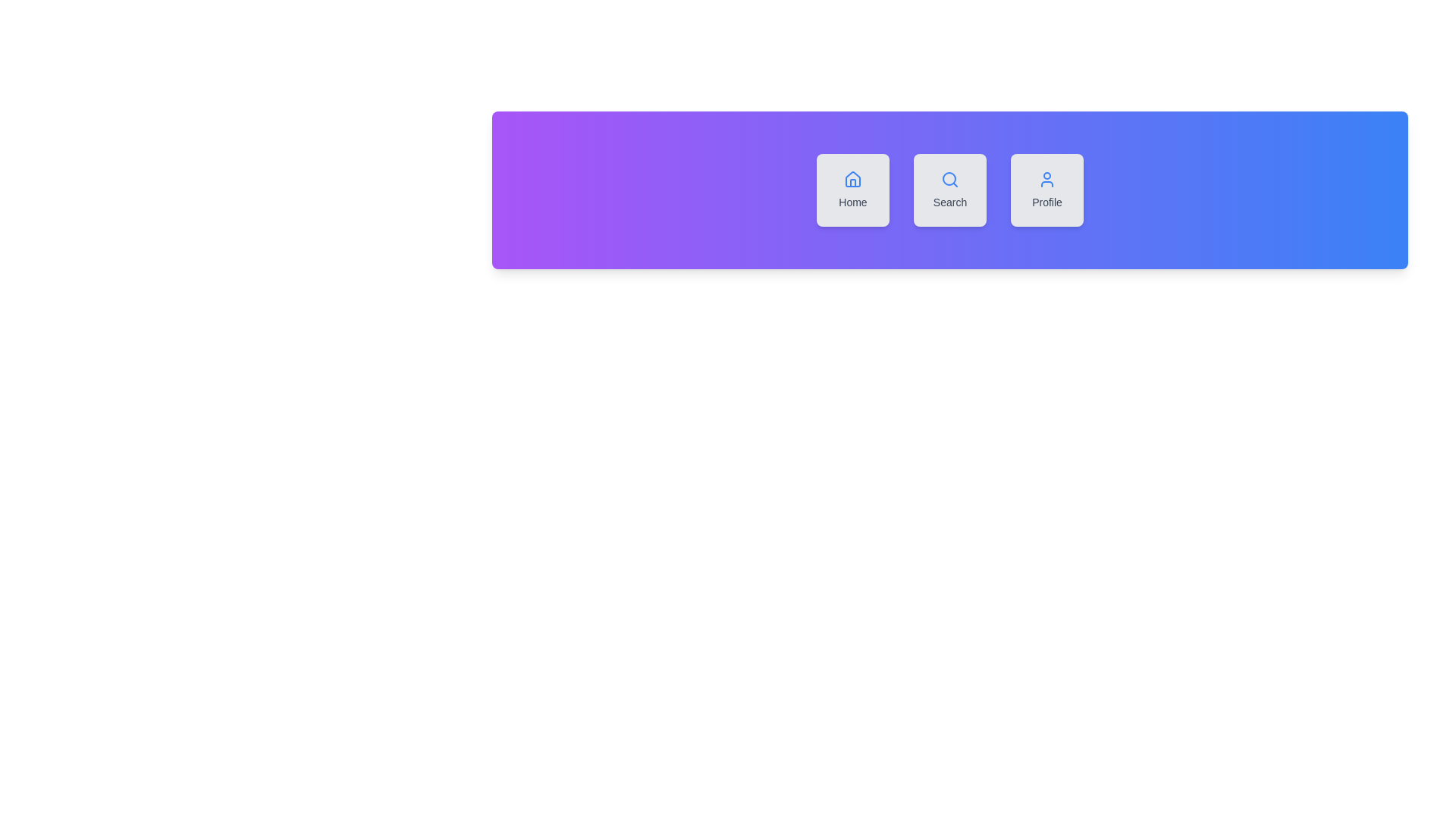  What do you see at coordinates (1046, 178) in the screenshot?
I see `the user profile icon located above the text label 'Profile' in the Profile navigation item` at bounding box center [1046, 178].